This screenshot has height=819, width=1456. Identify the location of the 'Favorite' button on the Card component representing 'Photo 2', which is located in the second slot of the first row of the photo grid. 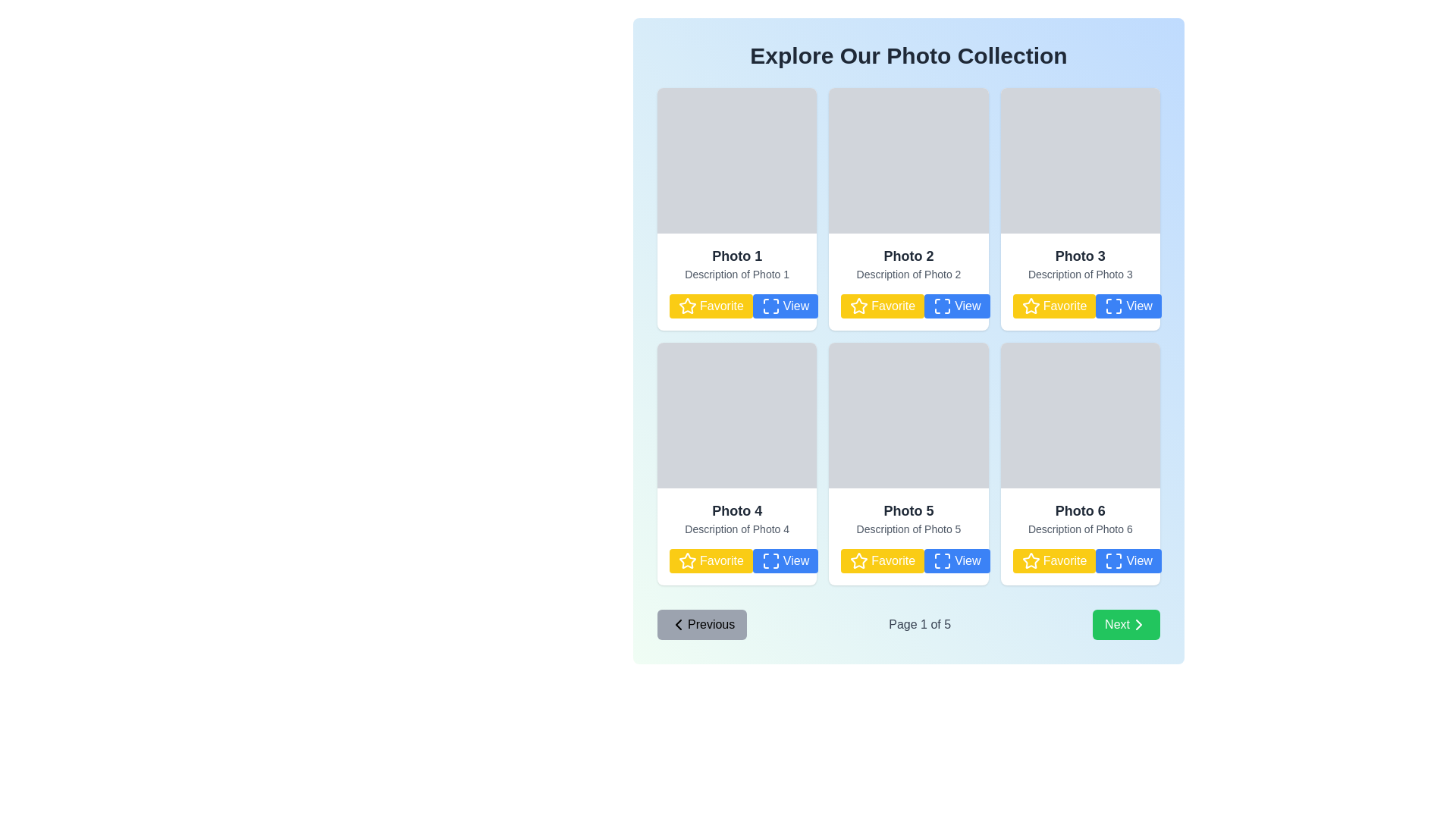
(908, 281).